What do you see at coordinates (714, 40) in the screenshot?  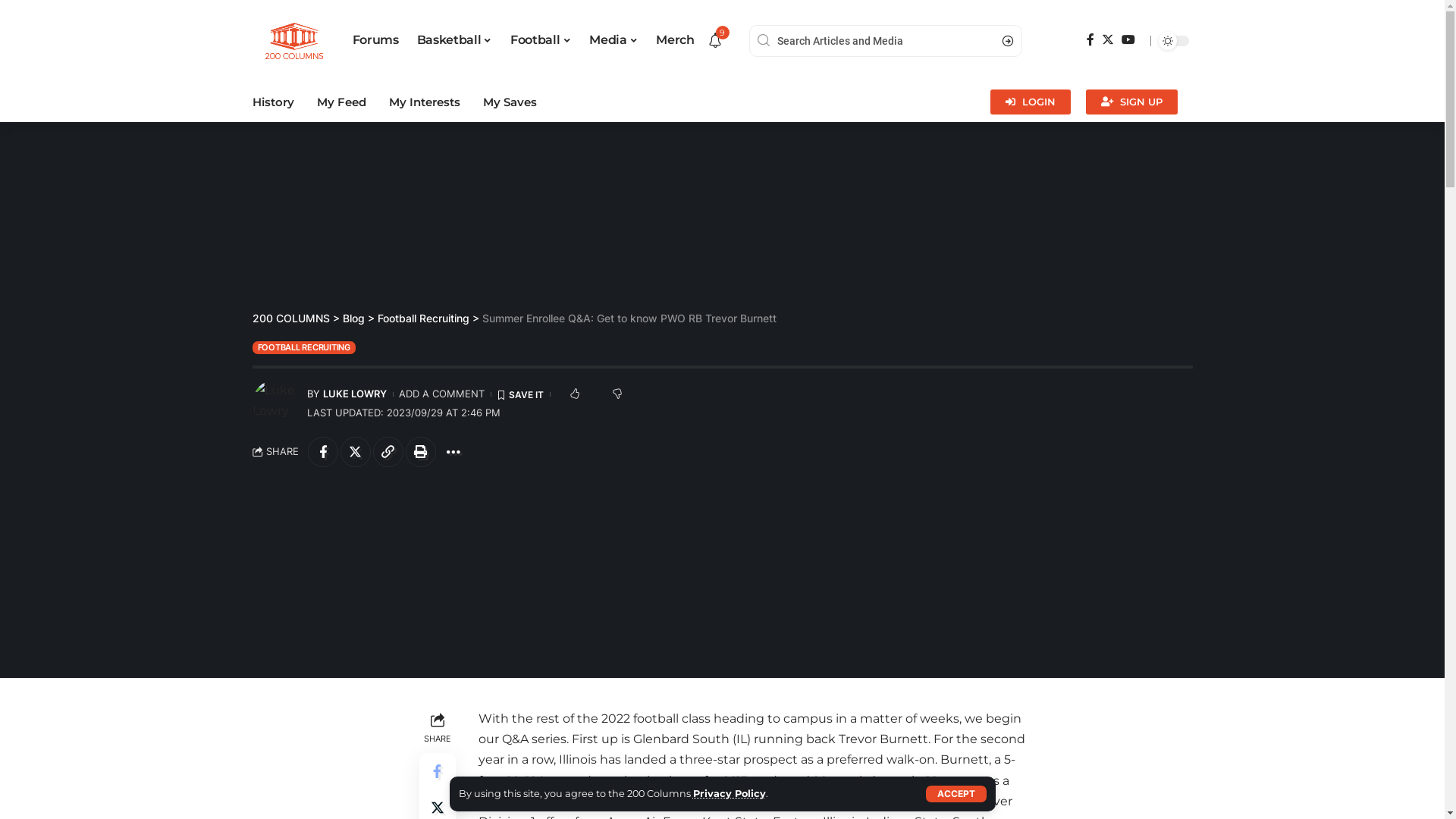 I see `'9'` at bounding box center [714, 40].